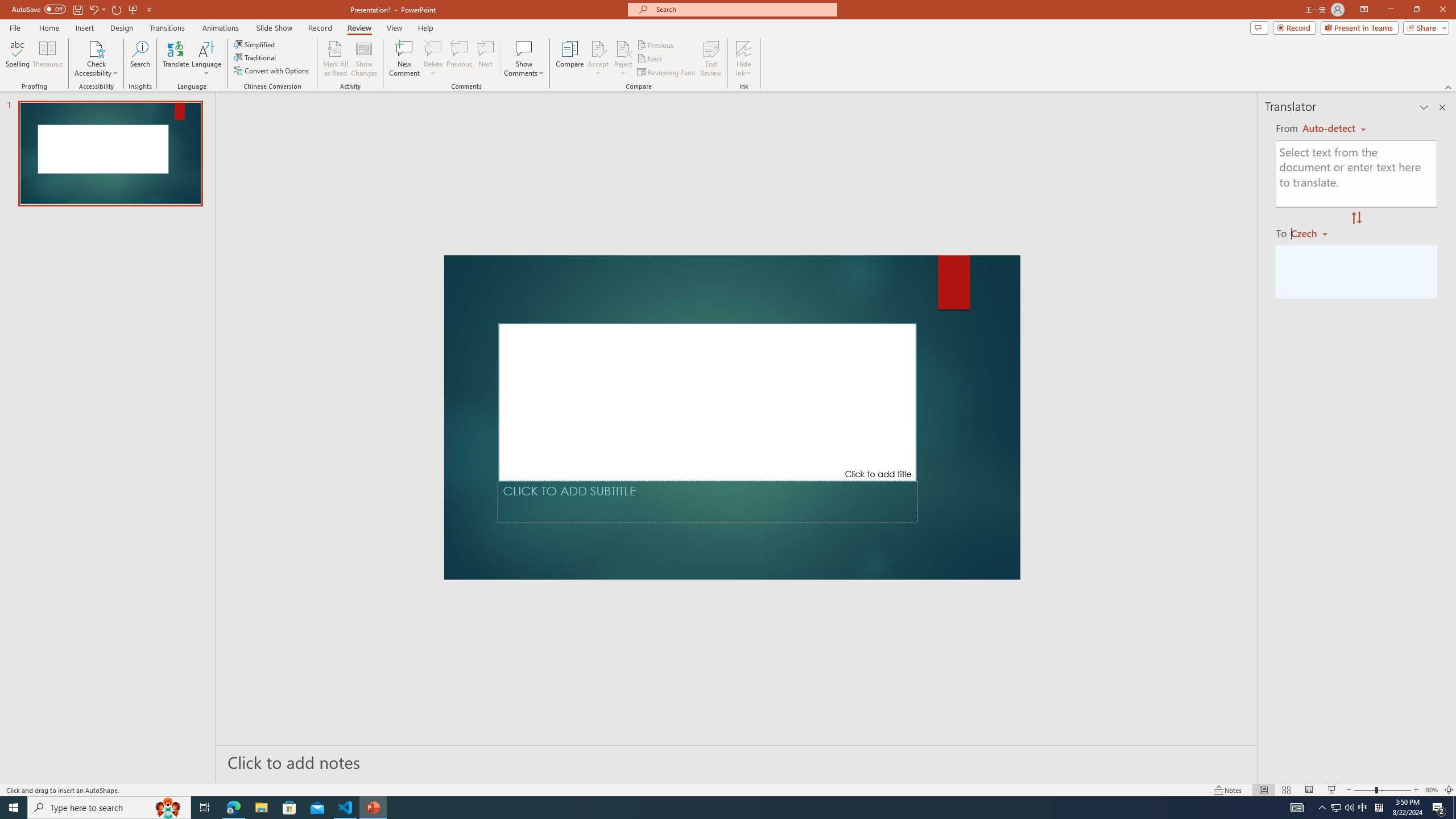 The height and width of the screenshot is (819, 1456). Describe the element at coordinates (666, 72) in the screenshot. I see `'Reviewing Pane'` at that location.